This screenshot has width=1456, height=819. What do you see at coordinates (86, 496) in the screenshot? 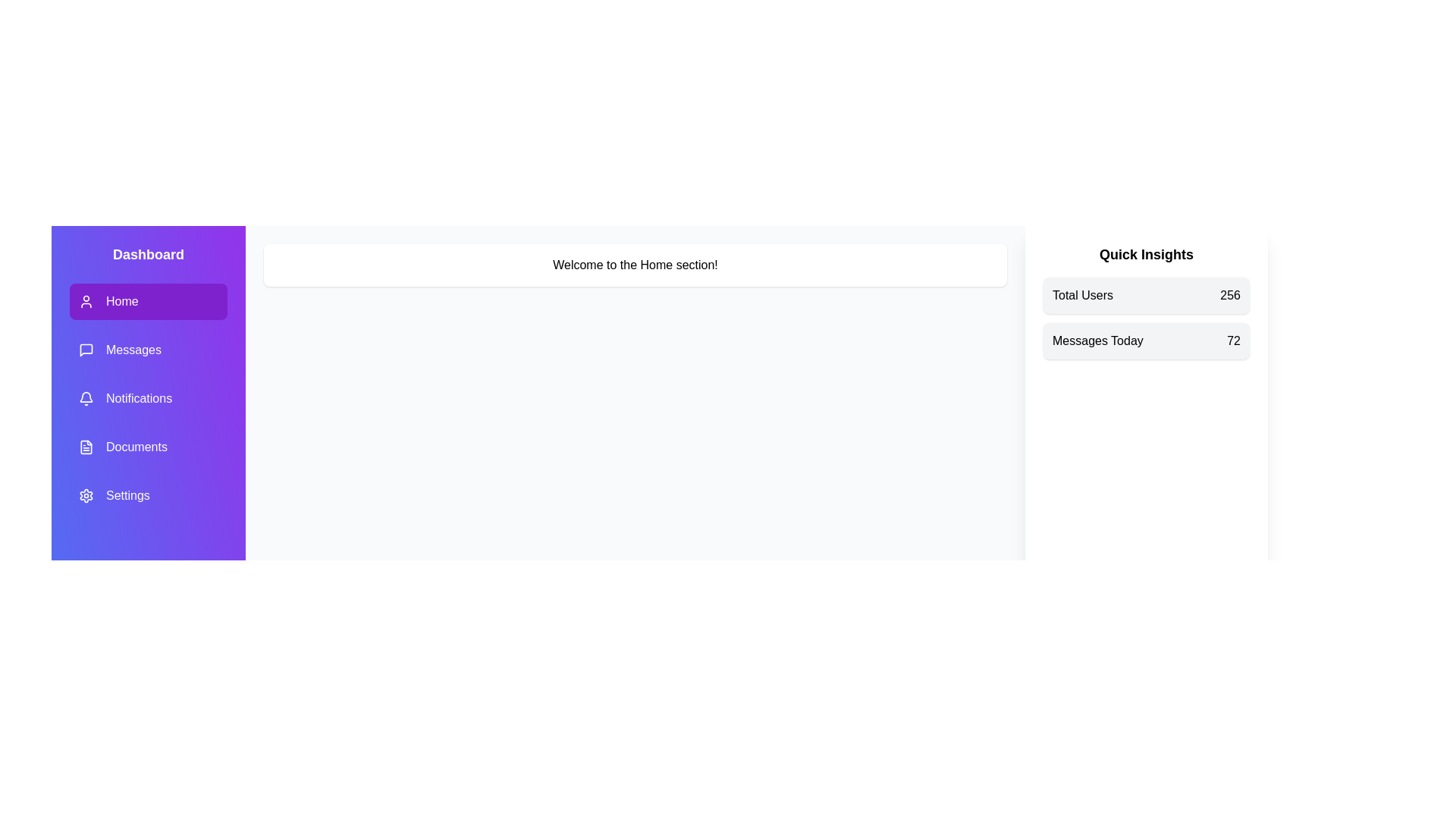
I see `the gear icon representing settings in the sidebar menu, which is styled in line art and displayed in white on a purple background` at bounding box center [86, 496].